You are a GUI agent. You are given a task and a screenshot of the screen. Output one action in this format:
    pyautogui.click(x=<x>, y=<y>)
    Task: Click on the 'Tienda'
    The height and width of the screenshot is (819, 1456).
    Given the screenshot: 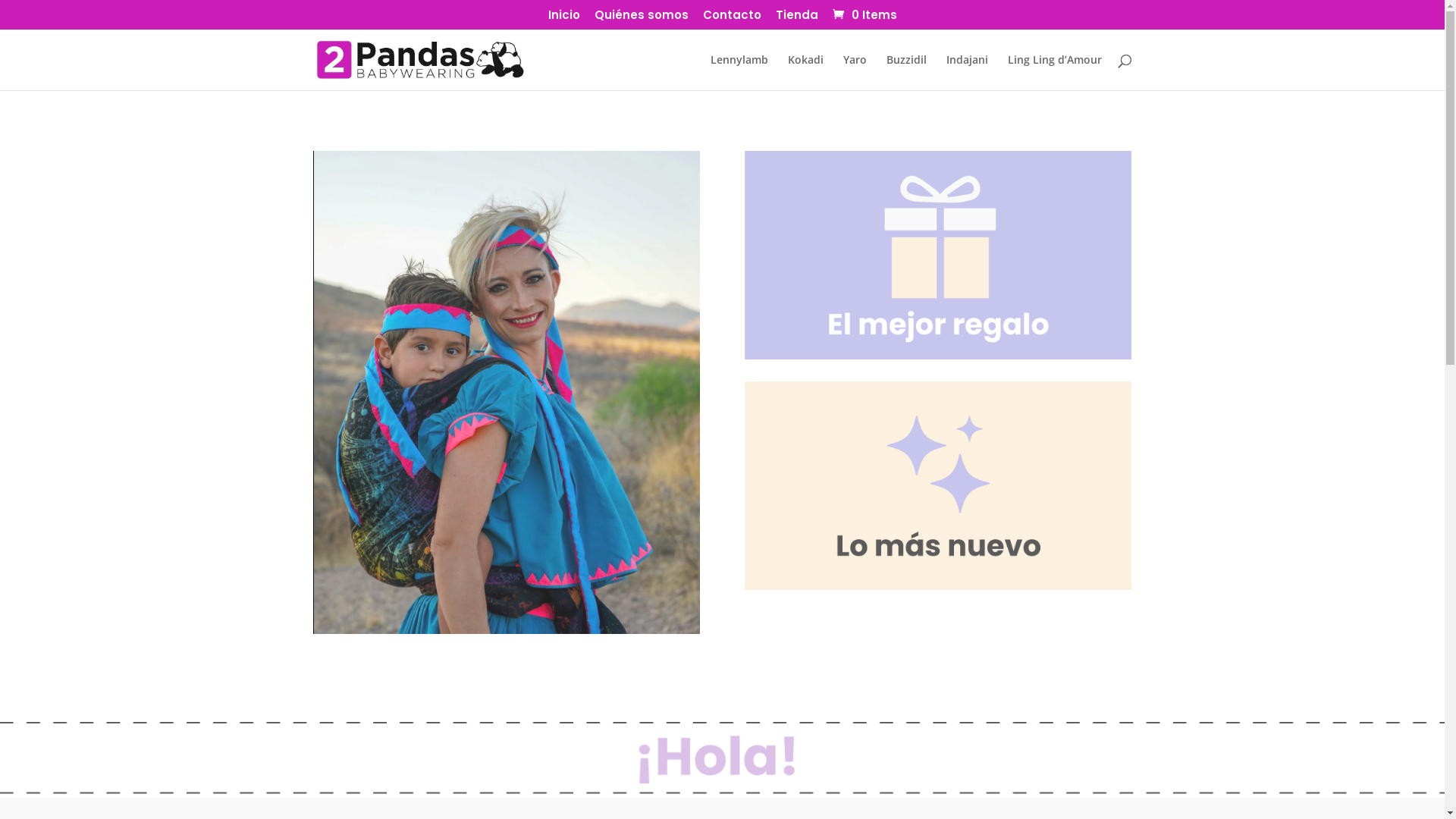 What is the action you would take?
    pyautogui.click(x=795, y=18)
    